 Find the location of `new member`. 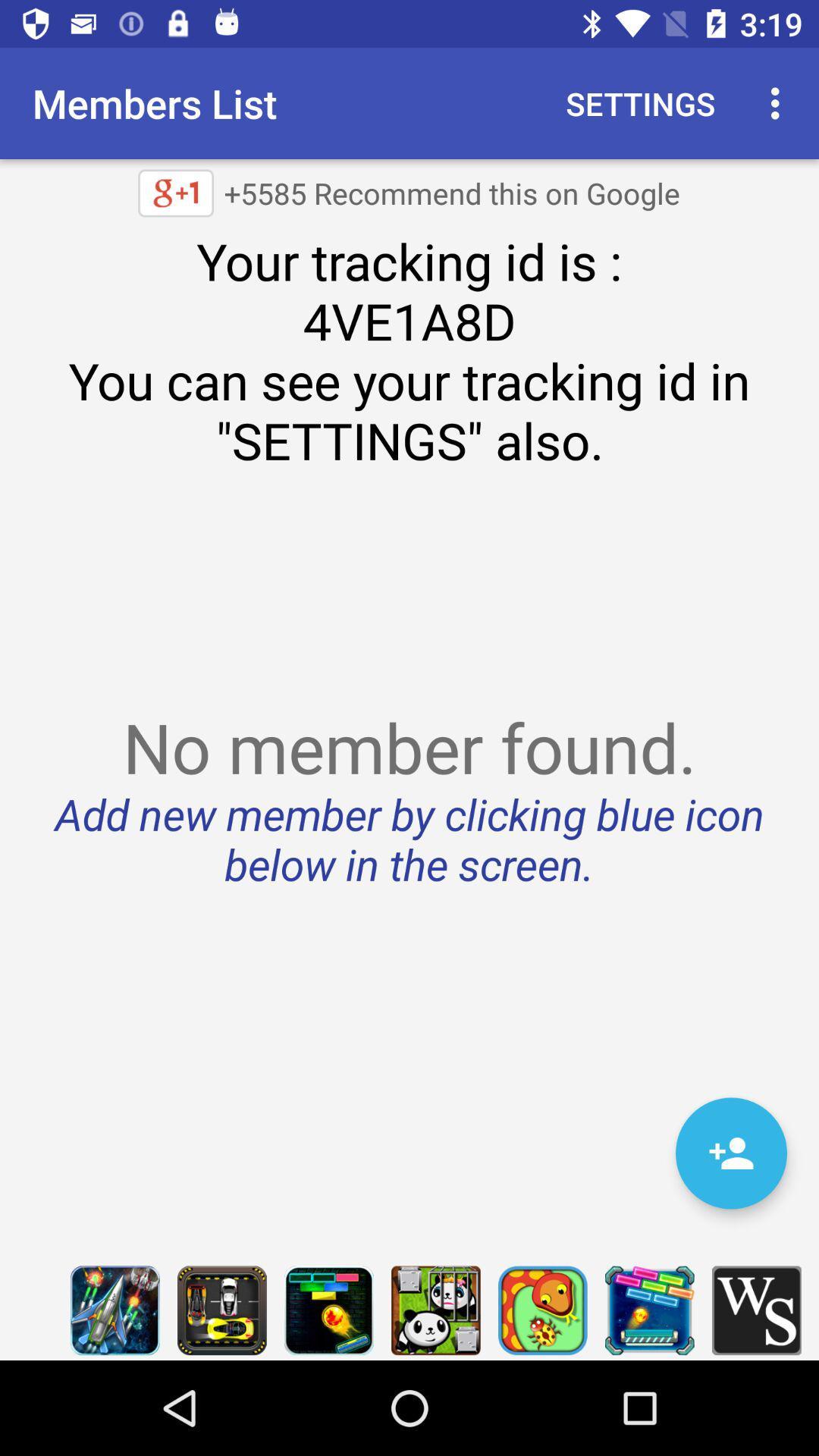

new member is located at coordinates (730, 1153).